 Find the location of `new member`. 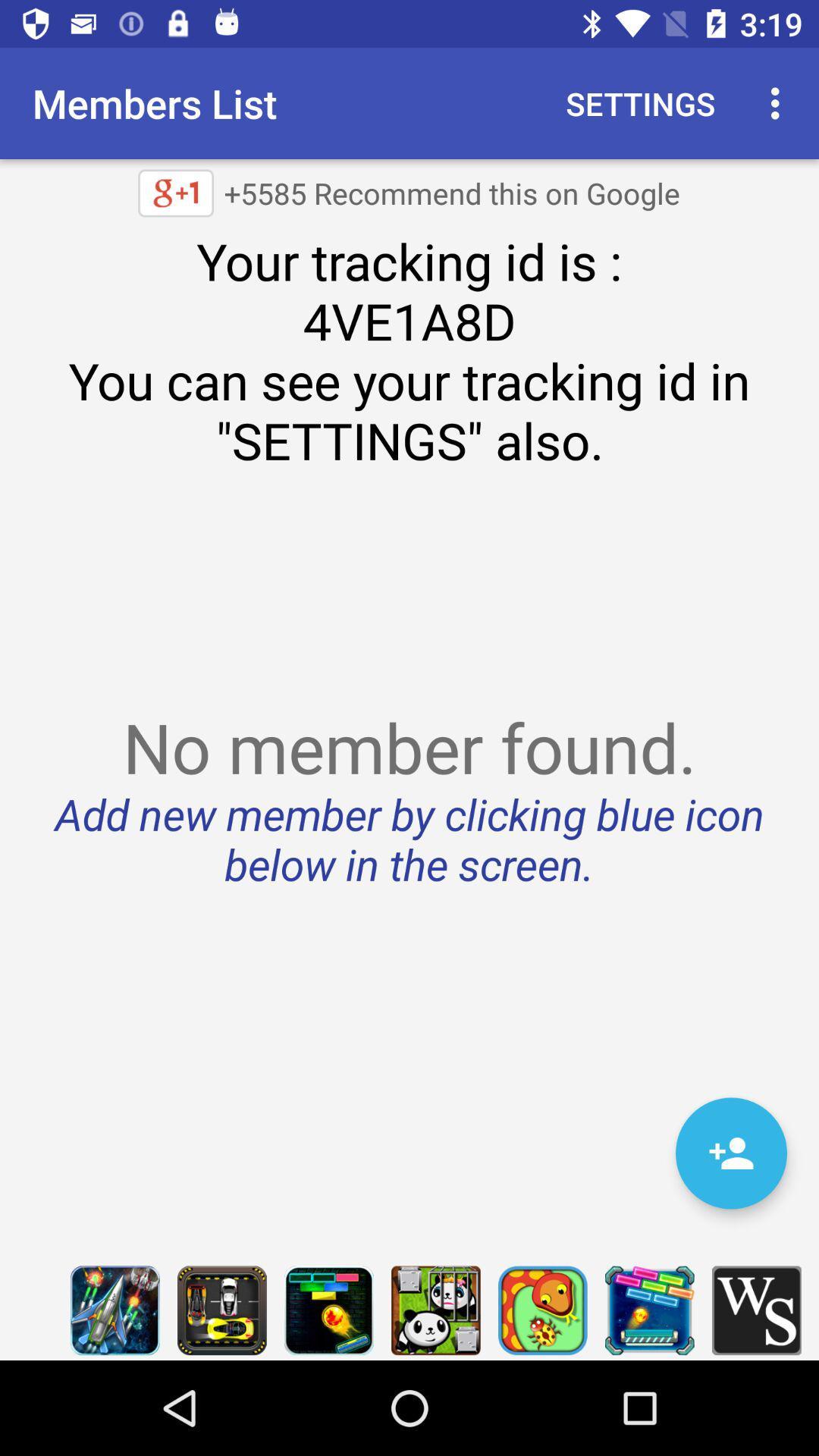

new member is located at coordinates (730, 1153).